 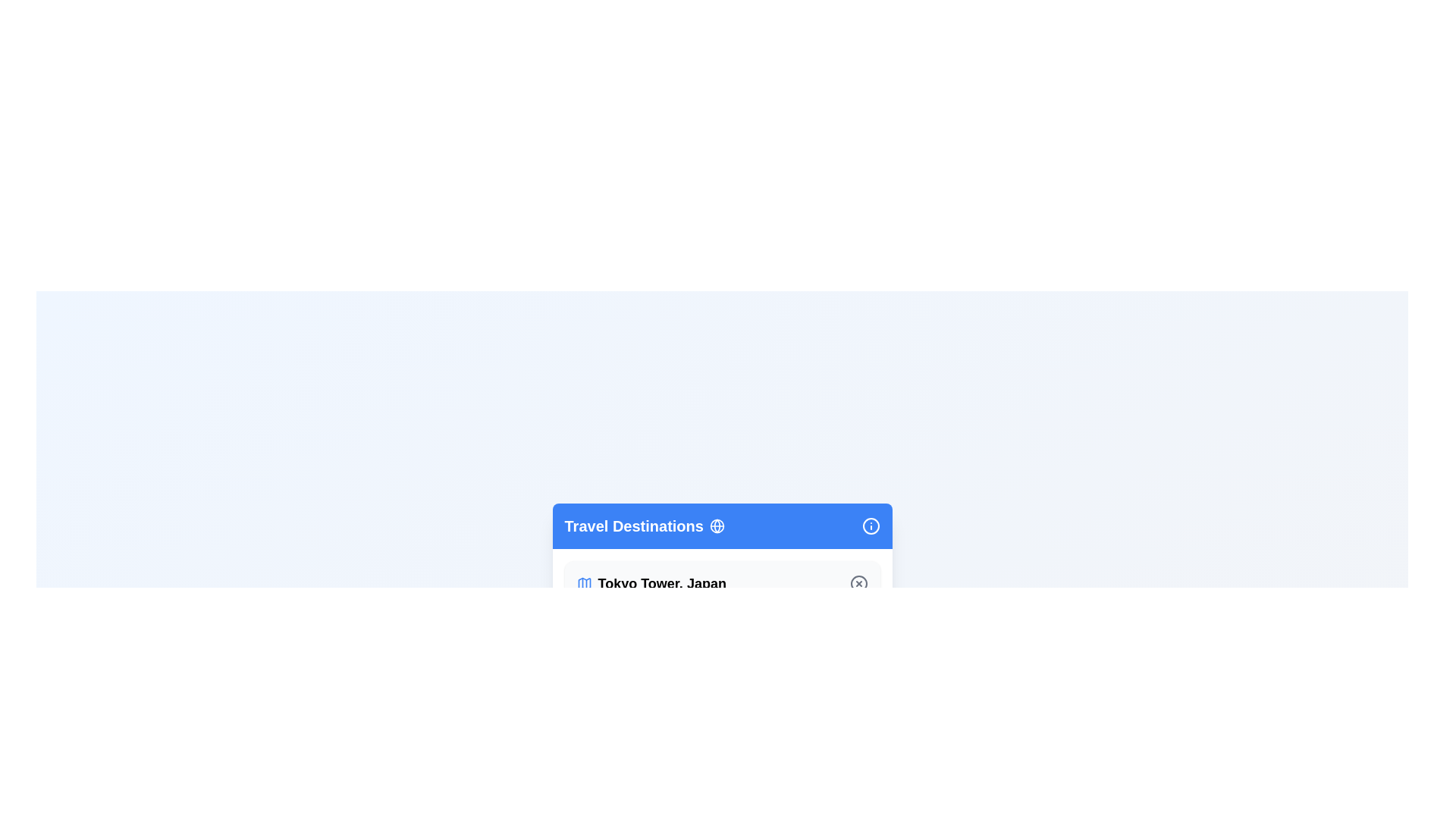 What do you see at coordinates (716, 526) in the screenshot?
I see `the globe icon in the 'Travel Destinations' card, which is positioned to the right of the title 'Travel Destinations.'` at bounding box center [716, 526].